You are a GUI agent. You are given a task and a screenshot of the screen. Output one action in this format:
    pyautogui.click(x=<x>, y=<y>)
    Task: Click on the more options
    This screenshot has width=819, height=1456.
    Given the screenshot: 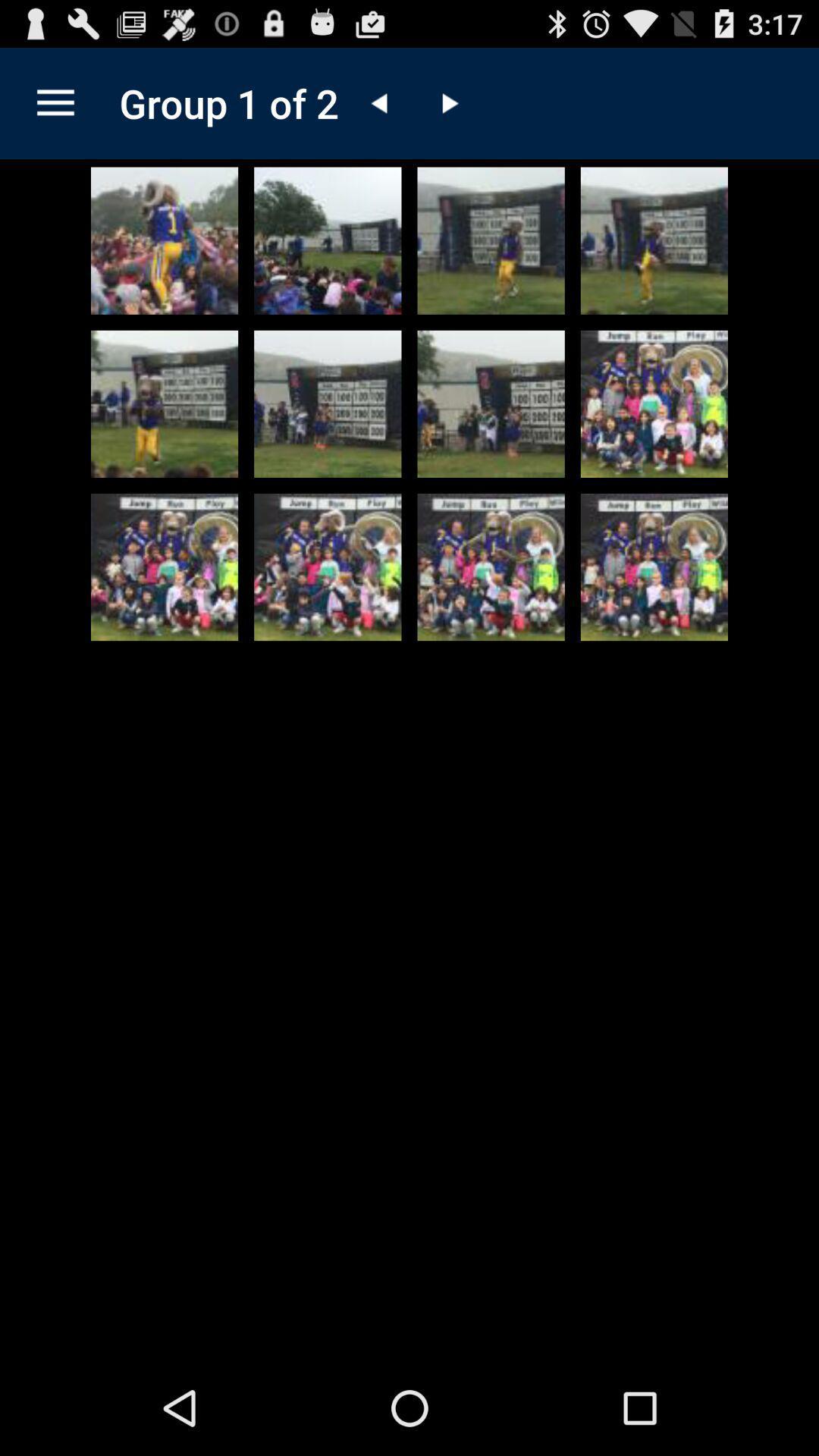 What is the action you would take?
    pyautogui.click(x=55, y=102)
    